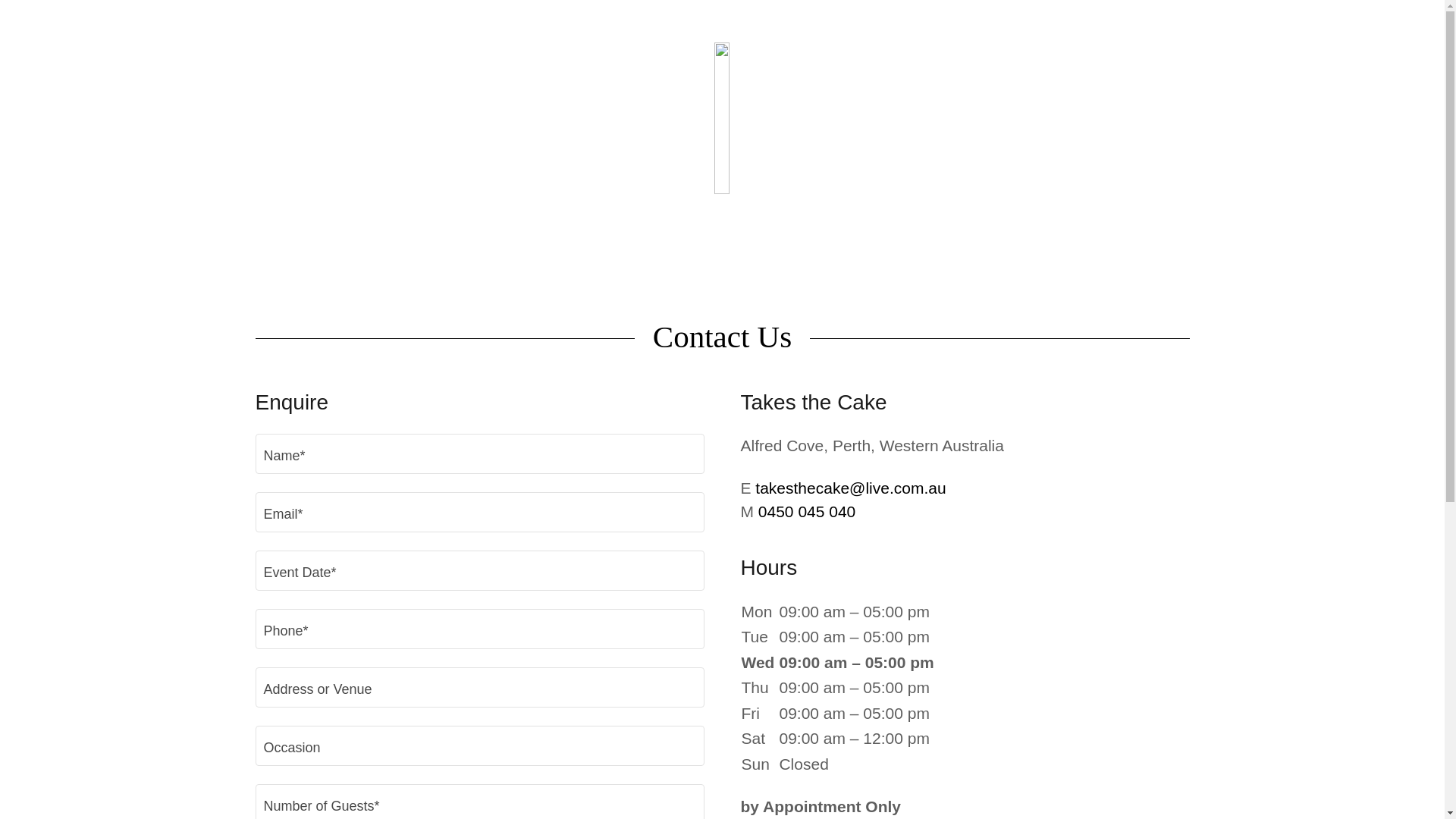 The width and height of the screenshot is (1456, 819). Describe the element at coordinates (806, 511) in the screenshot. I see `'0450 045 040'` at that location.